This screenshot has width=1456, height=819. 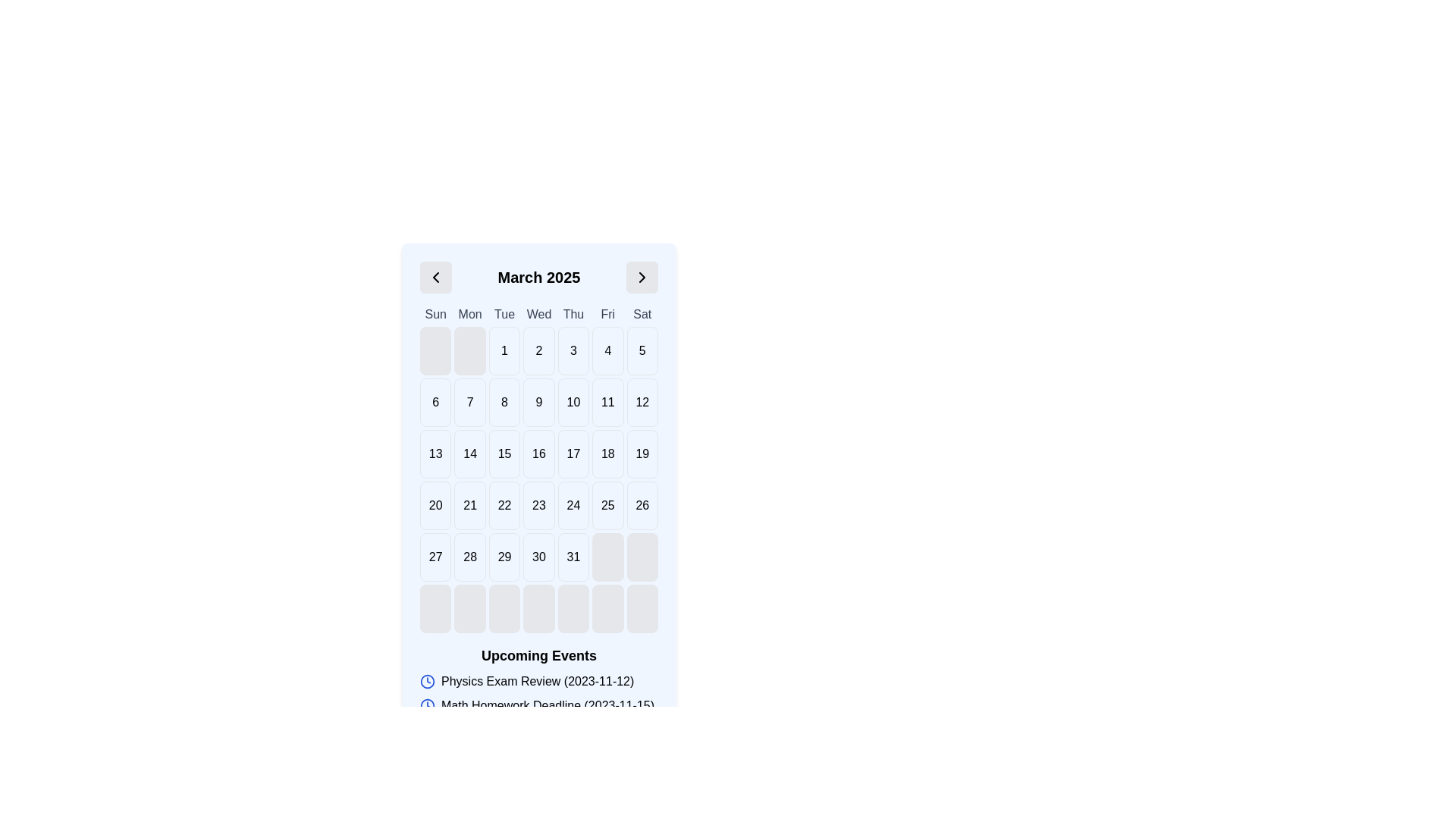 What do you see at coordinates (607, 402) in the screenshot?
I see `the interactive calendar day cell containing the number '11'` at bounding box center [607, 402].